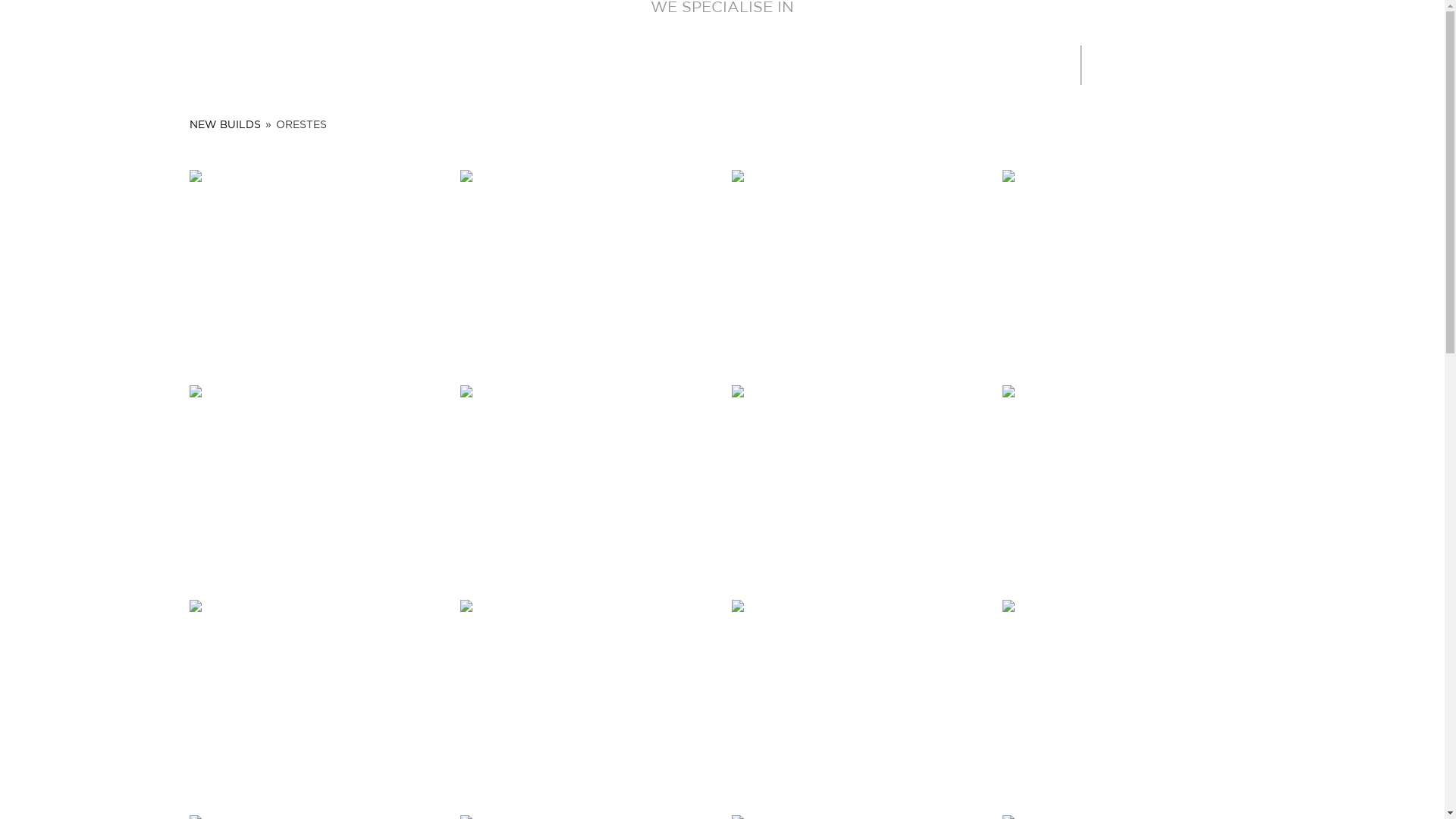 The image size is (1456, 819). I want to click on 'Orestes', so click(1128, 483).